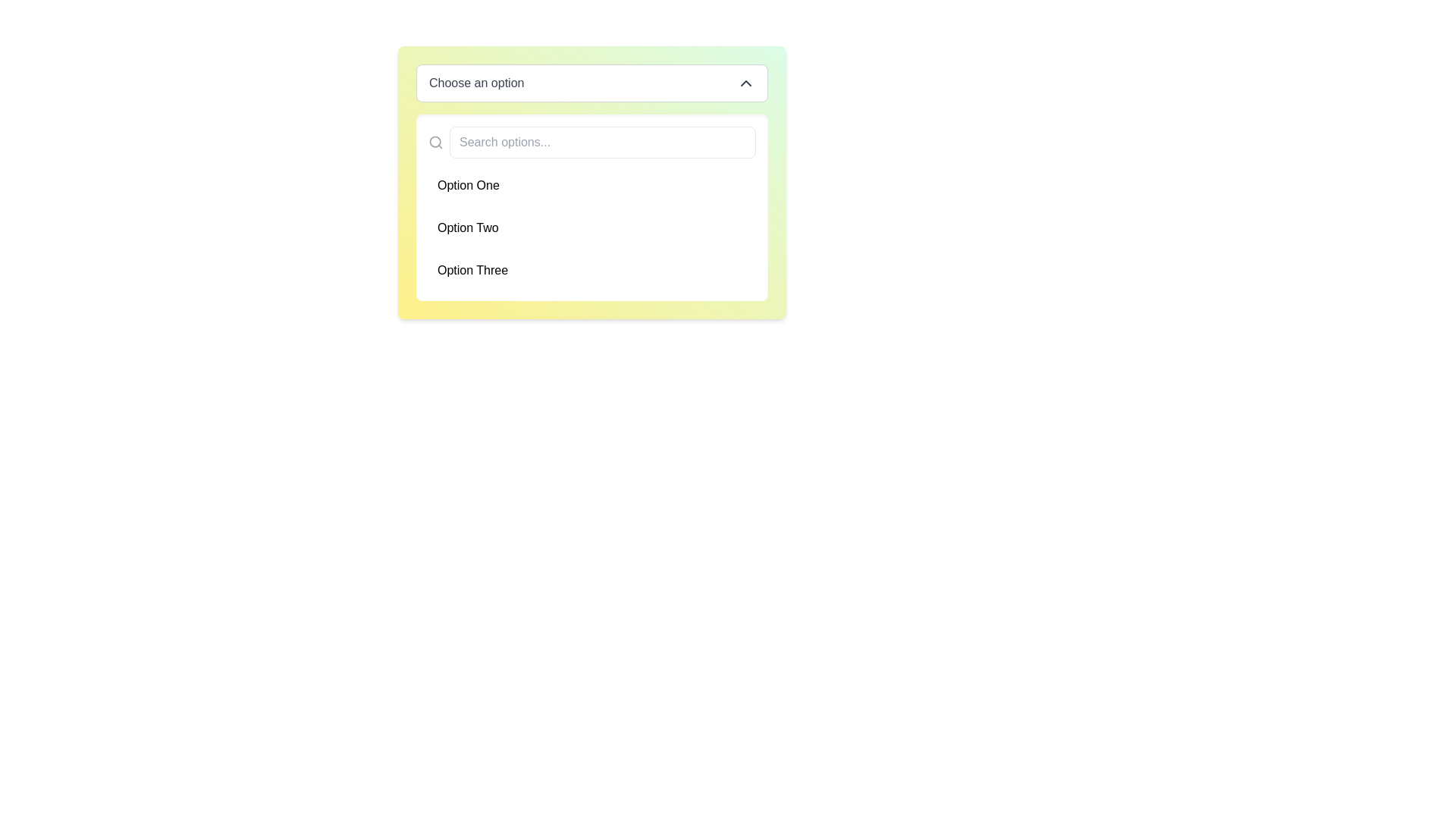 This screenshot has width=1456, height=819. Describe the element at coordinates (591, 83) in the screenshot. I see `the button labeled 'Choose an option'` at that location.